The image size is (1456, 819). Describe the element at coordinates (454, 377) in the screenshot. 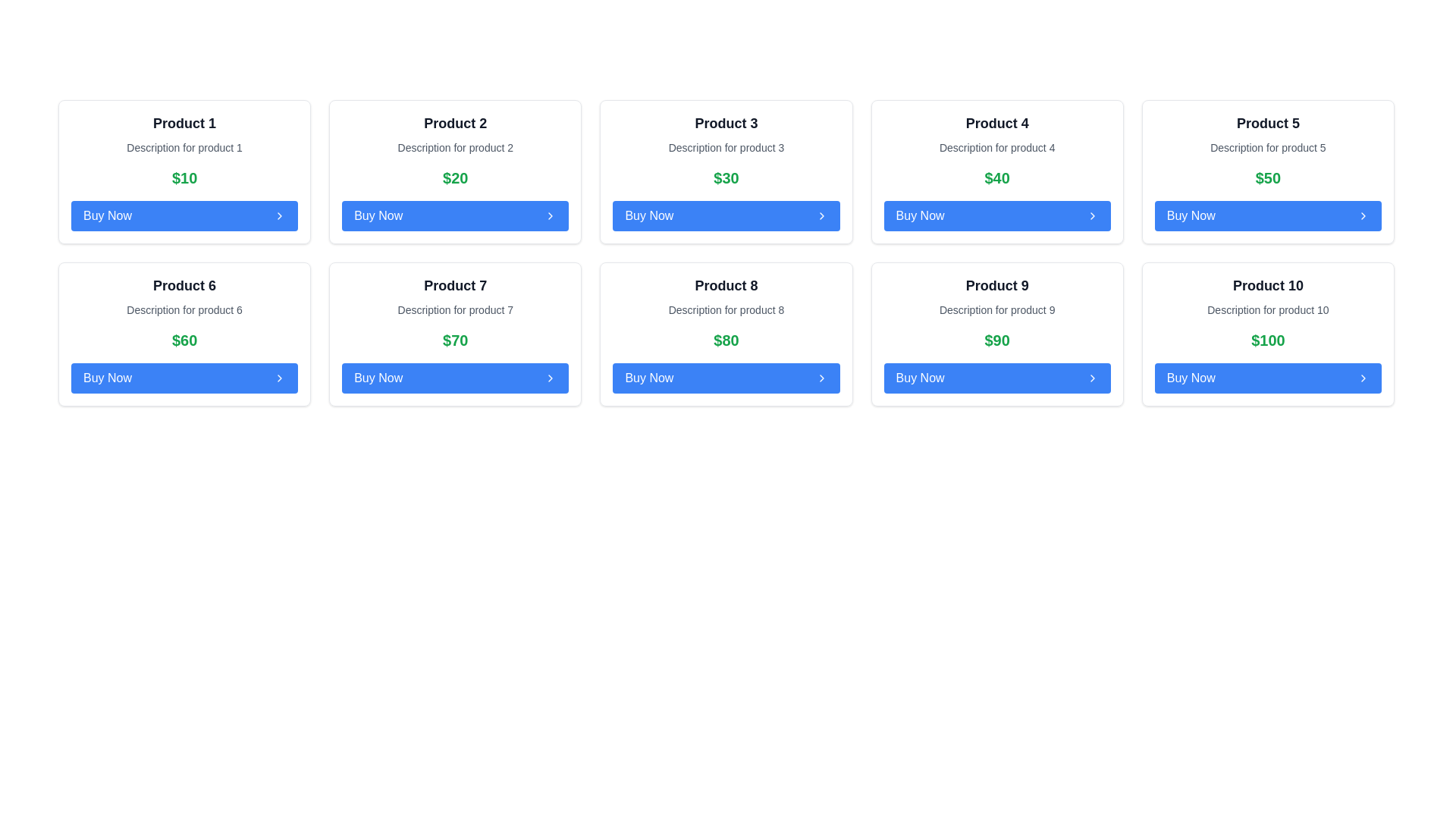

I see `the 'Buy' button located in the card for 'Product 7' in the fourth column of the second row` at that location.